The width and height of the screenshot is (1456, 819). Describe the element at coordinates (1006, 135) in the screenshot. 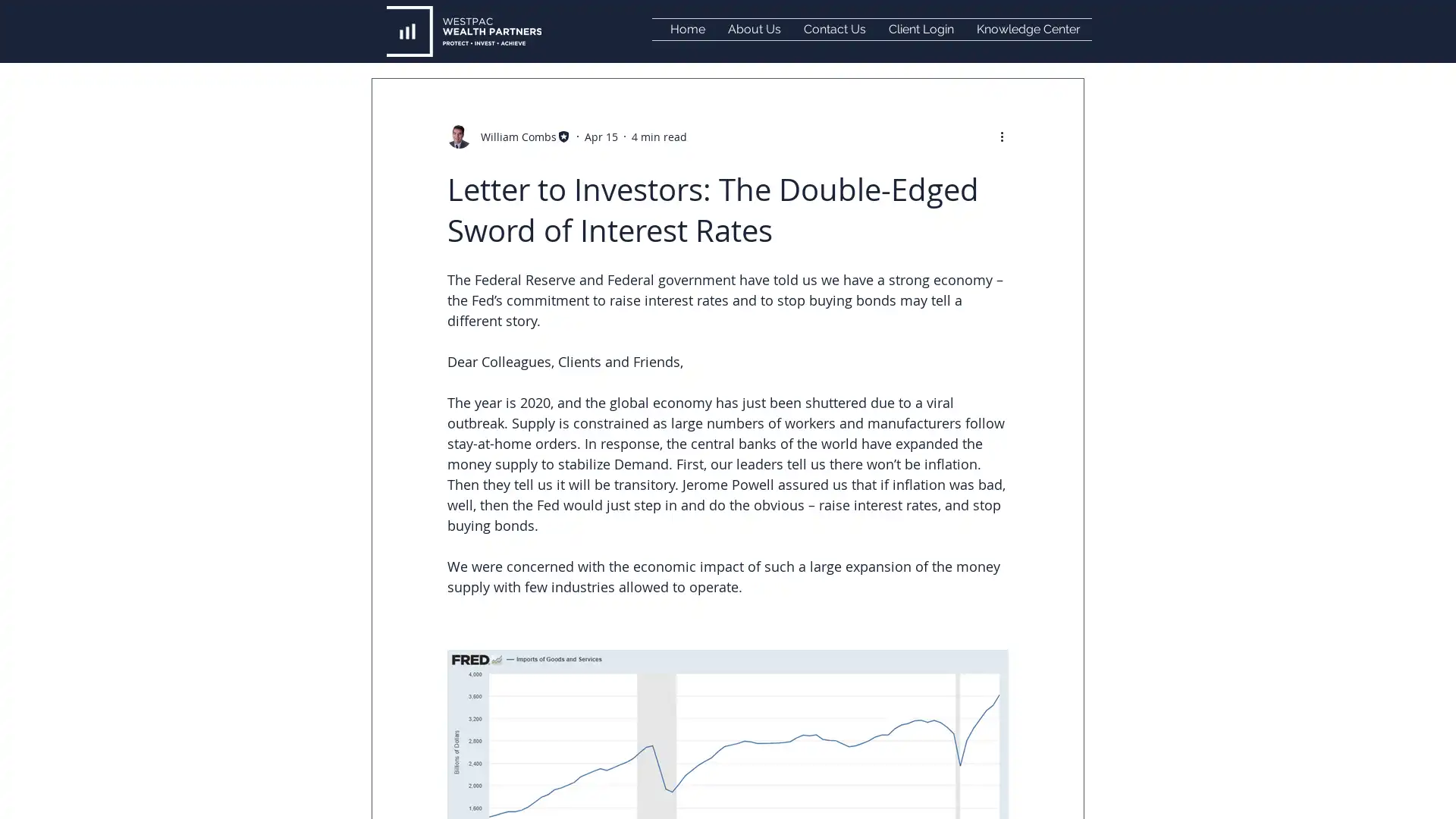

I see `More actions` at that location.